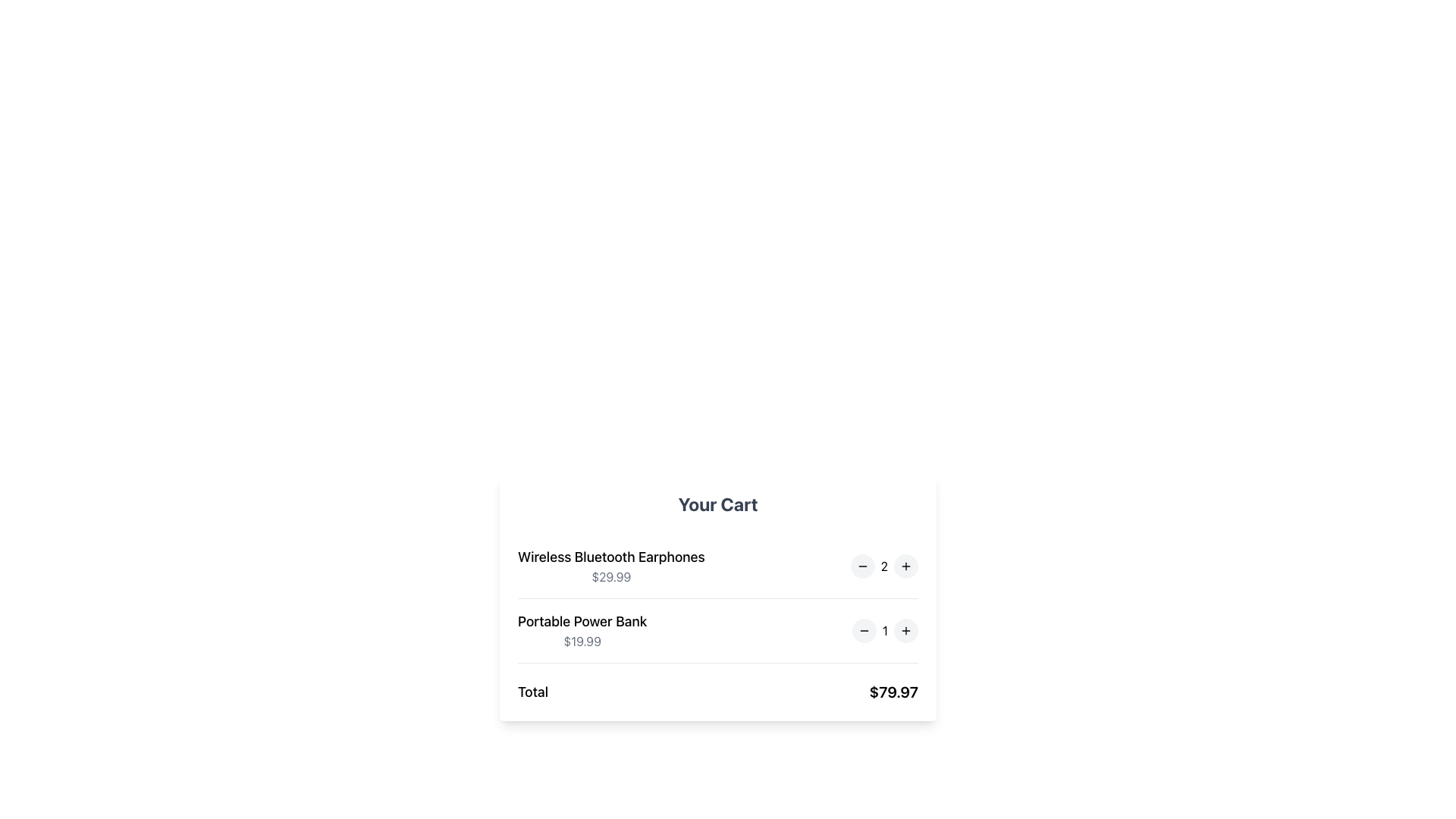 The image size is (1456, 819). Describe the element at coordinates (864, 631) in the screenshot. I see `the leftmost button in the group of three components next to the 'Portable Power Bank' item in the cart to decrease the item count` at that location.